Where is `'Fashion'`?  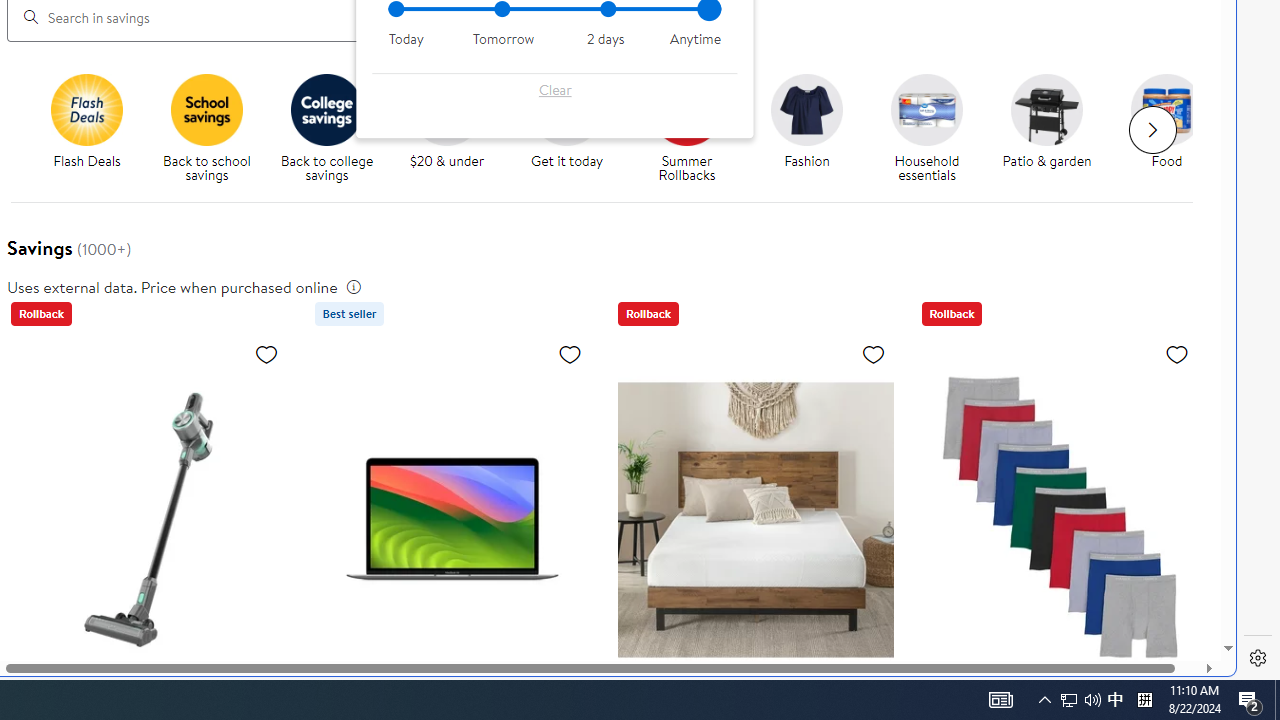
'Fashion' is located at coordinates (815, 129).